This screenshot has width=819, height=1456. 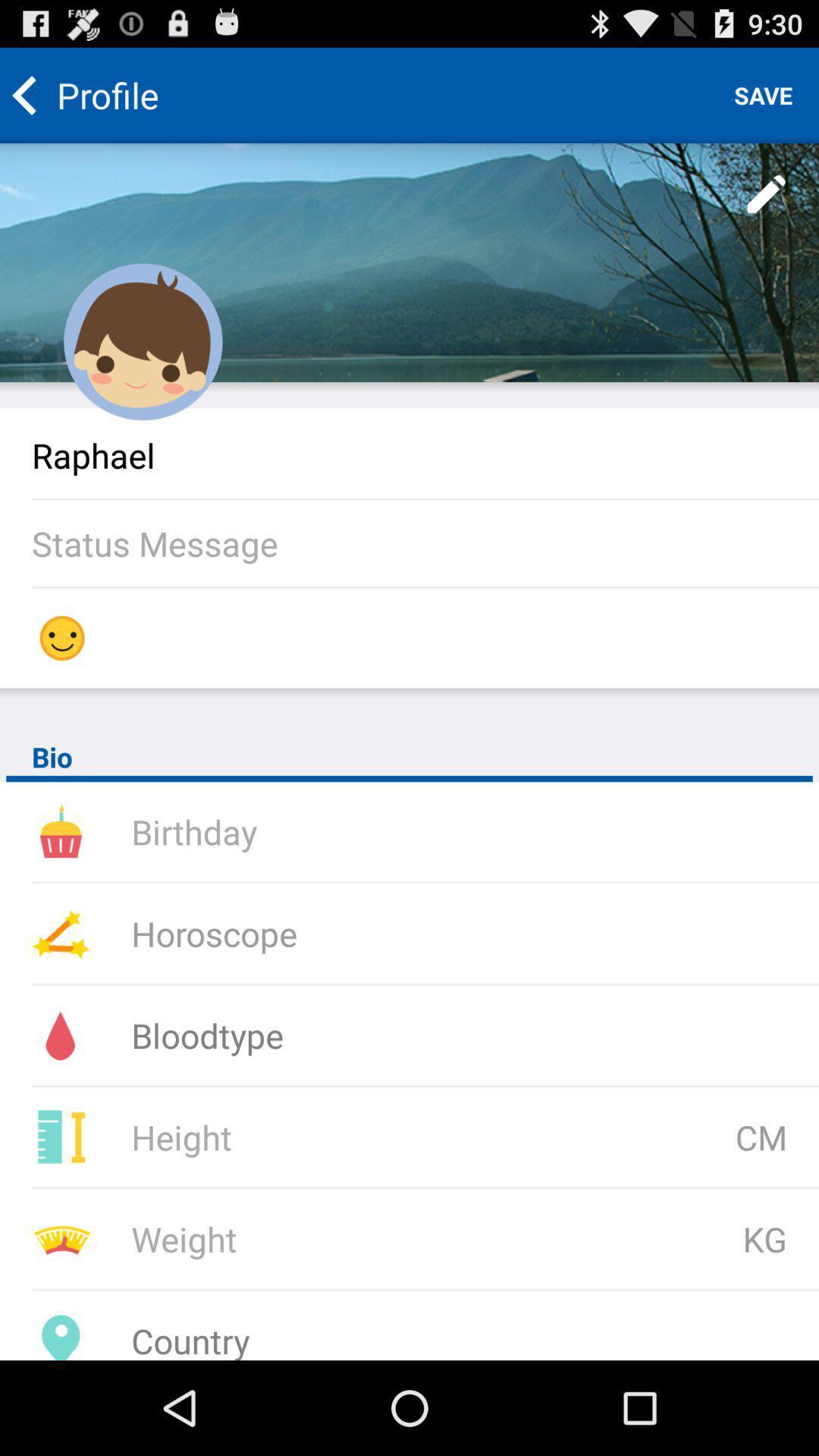 What do you see at coordinates (767, 194) in the screenshot?
I see `edit photo` at bounding box center [767, 194].